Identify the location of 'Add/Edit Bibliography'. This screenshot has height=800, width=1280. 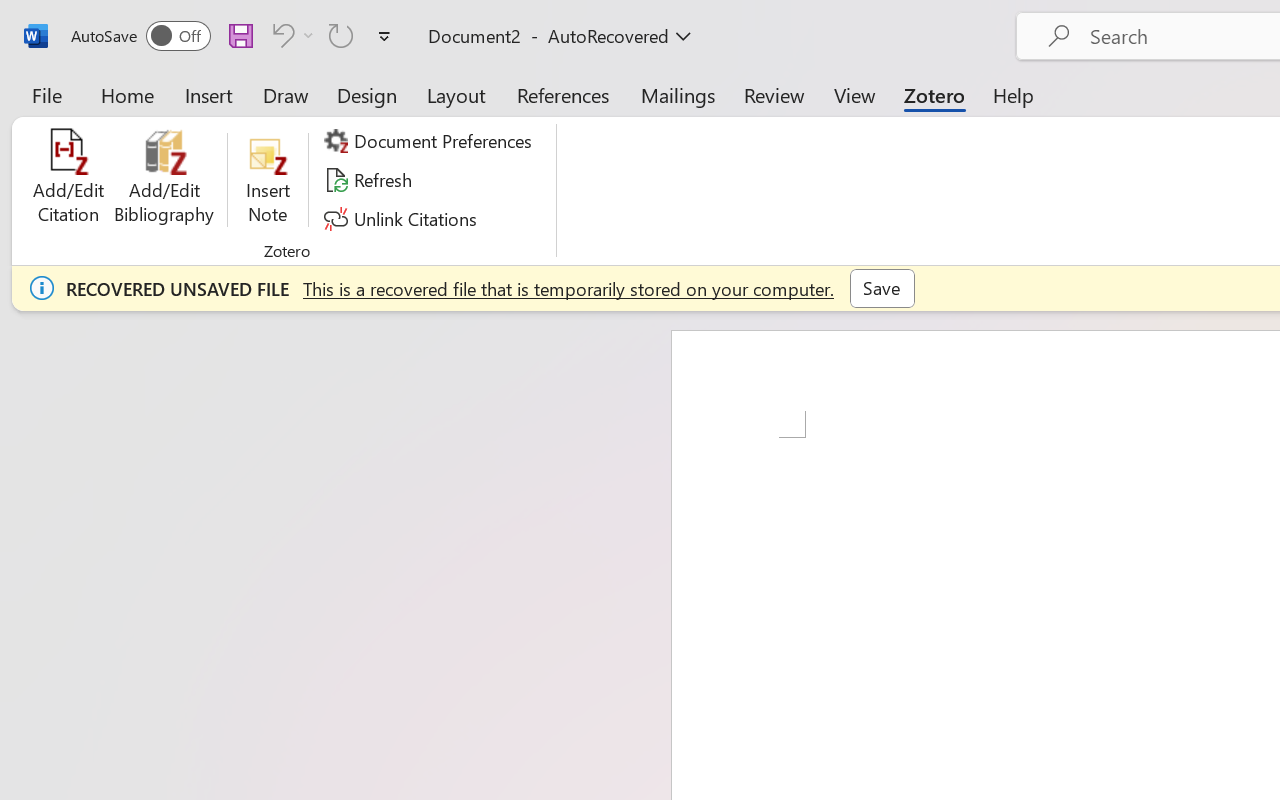
(164, 179).